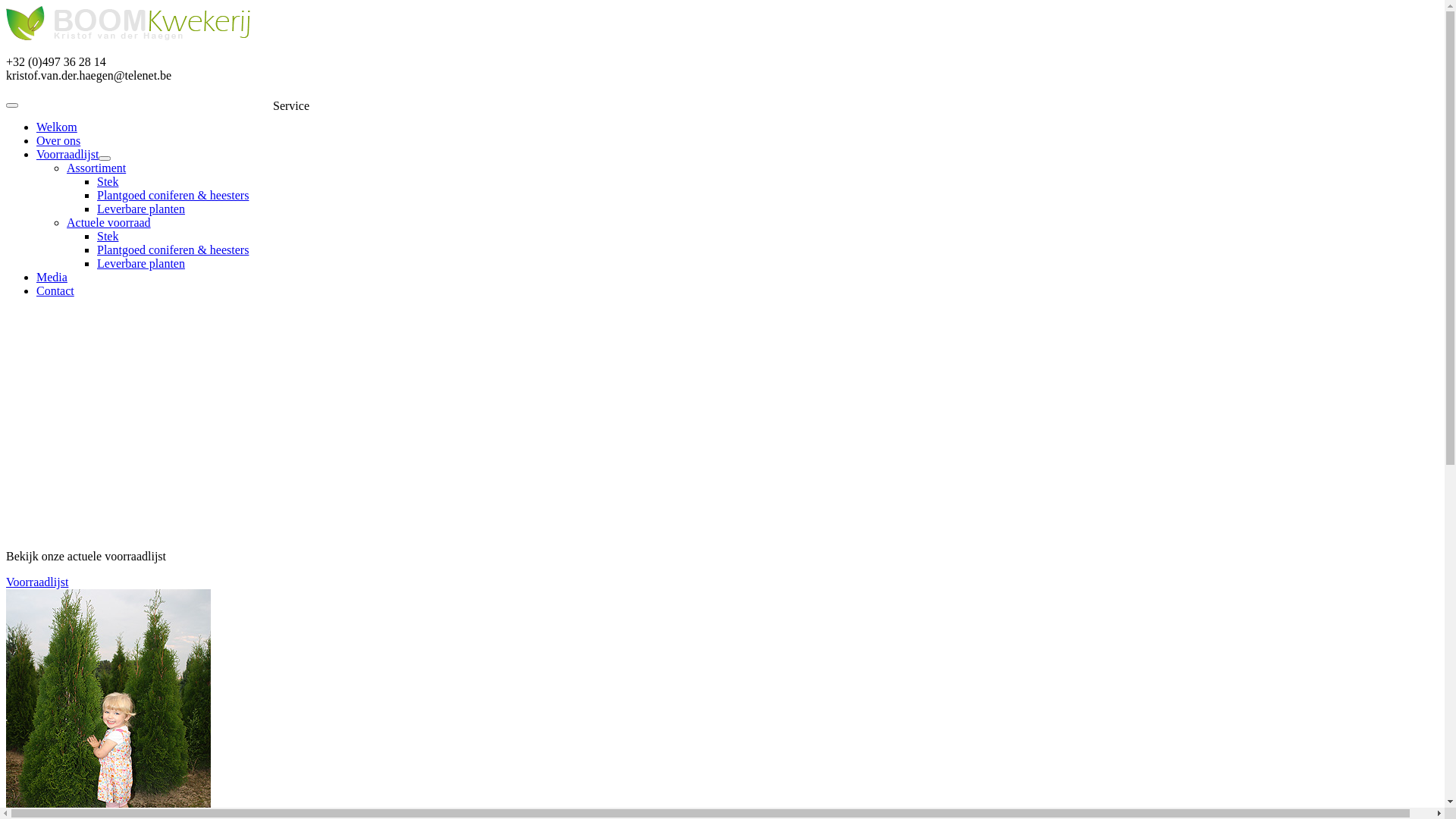 This screenshot has width=1456, height=819. Describe the element at coordinates (107, 236) in the screenshot. I see `'Stek'` at that location.